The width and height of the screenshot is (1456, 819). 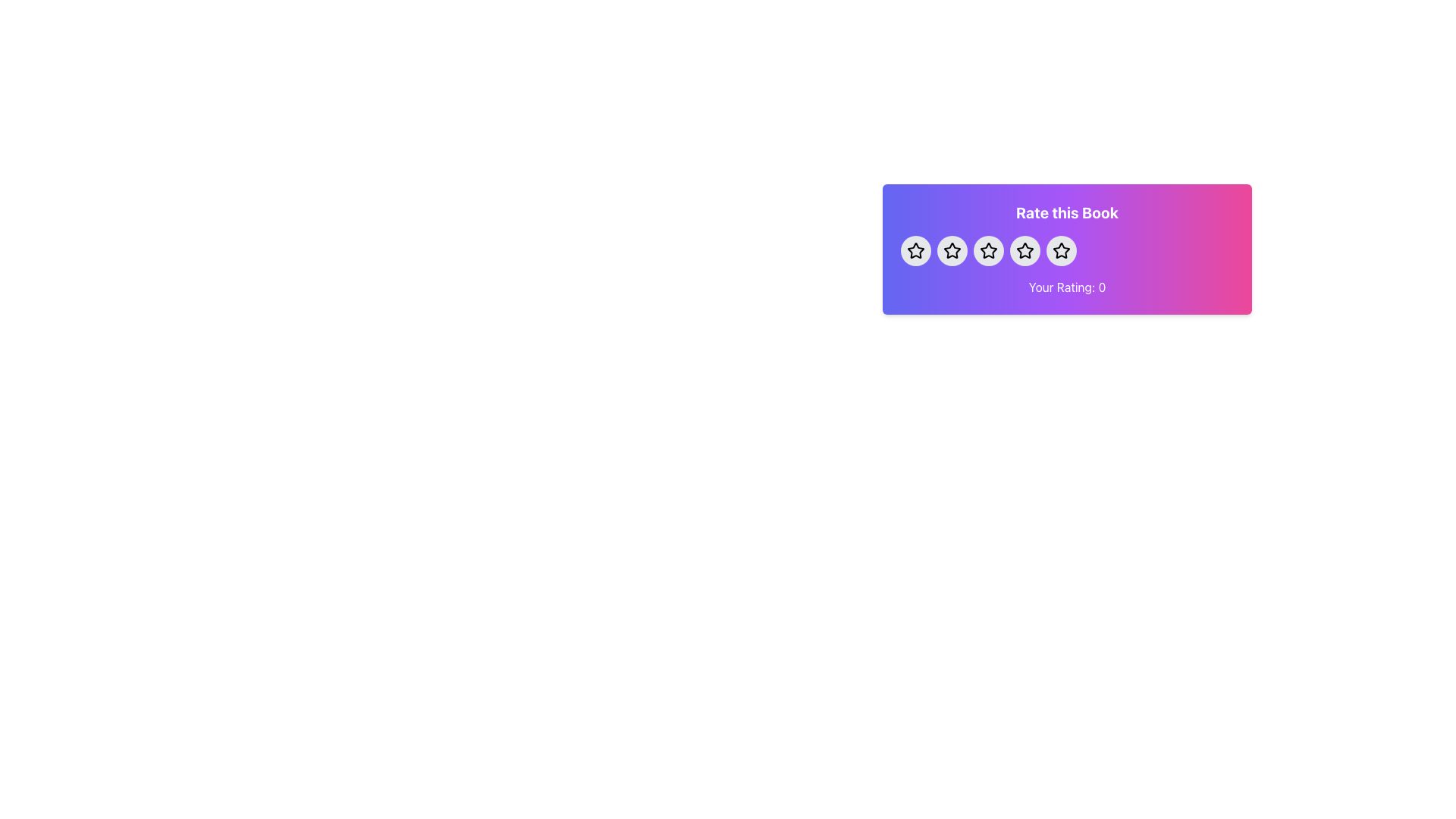 What do you see at coordinates (952, 250) in the screenshot?
I see `the second star-shaped icon button for accessibility navigation within the 'Rate this Book' rating card` at bounding box center [952, 250].